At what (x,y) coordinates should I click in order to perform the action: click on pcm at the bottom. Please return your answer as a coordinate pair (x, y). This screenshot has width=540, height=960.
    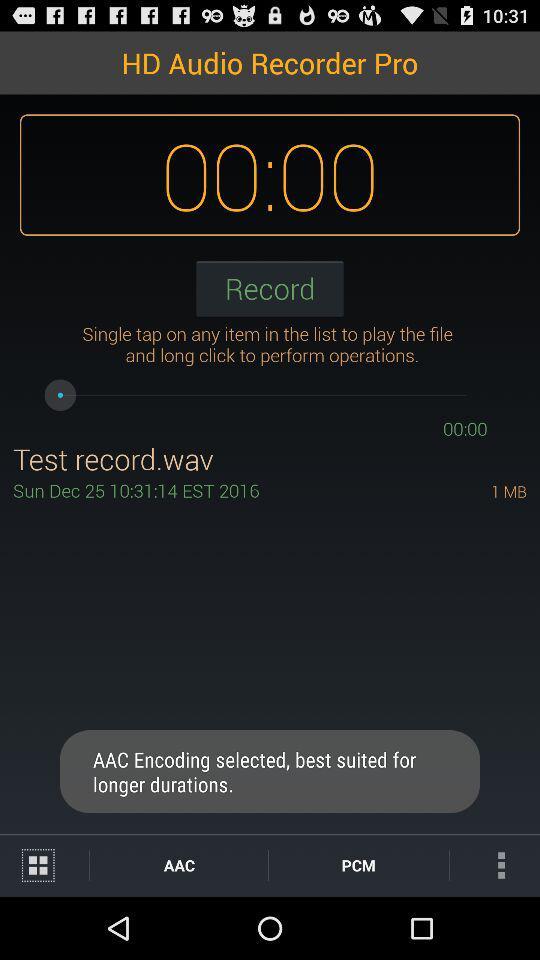
    Looking at the image, I should click on (357, 864).